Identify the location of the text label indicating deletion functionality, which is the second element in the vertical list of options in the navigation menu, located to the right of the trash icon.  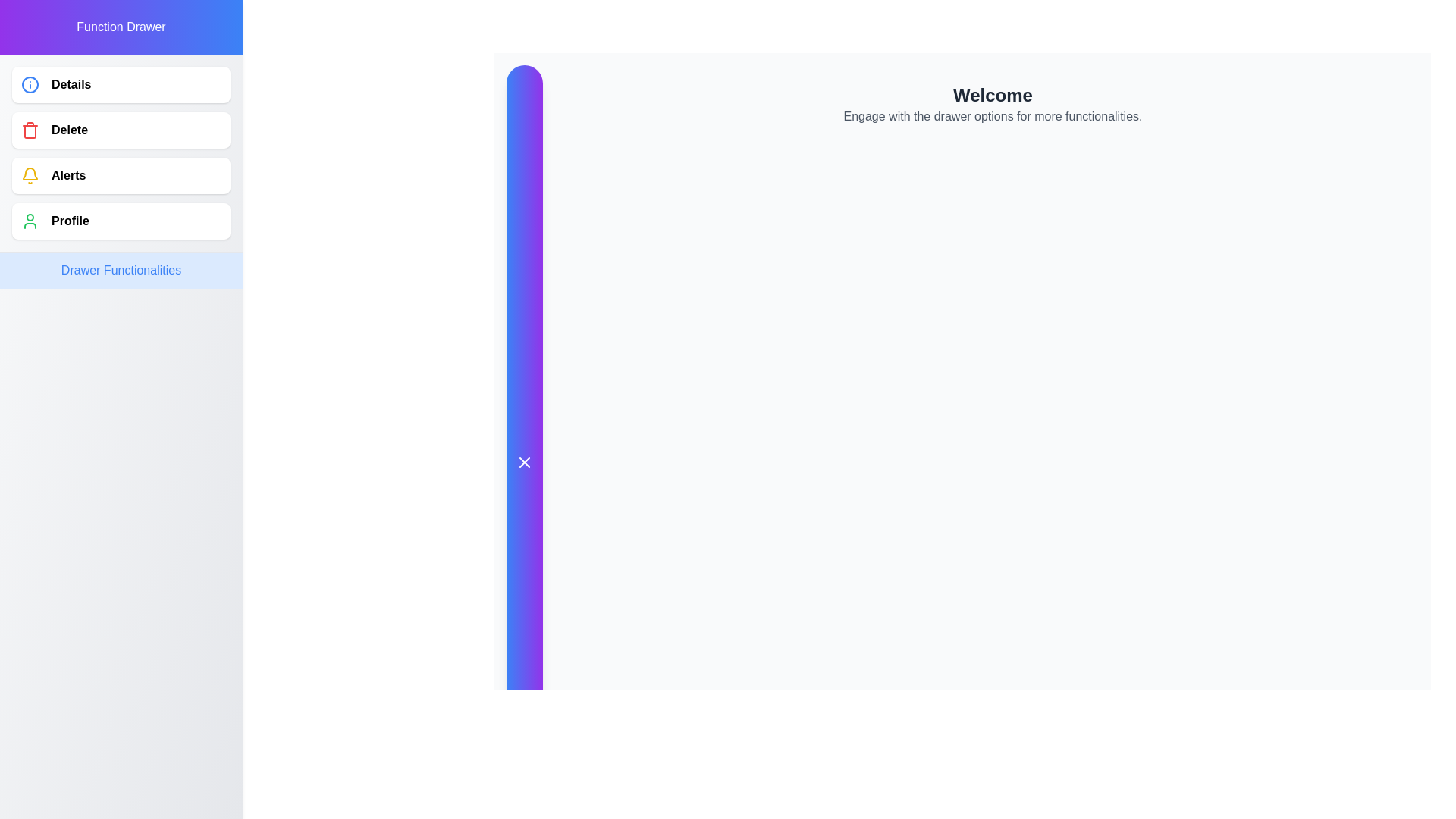
(68, 130).